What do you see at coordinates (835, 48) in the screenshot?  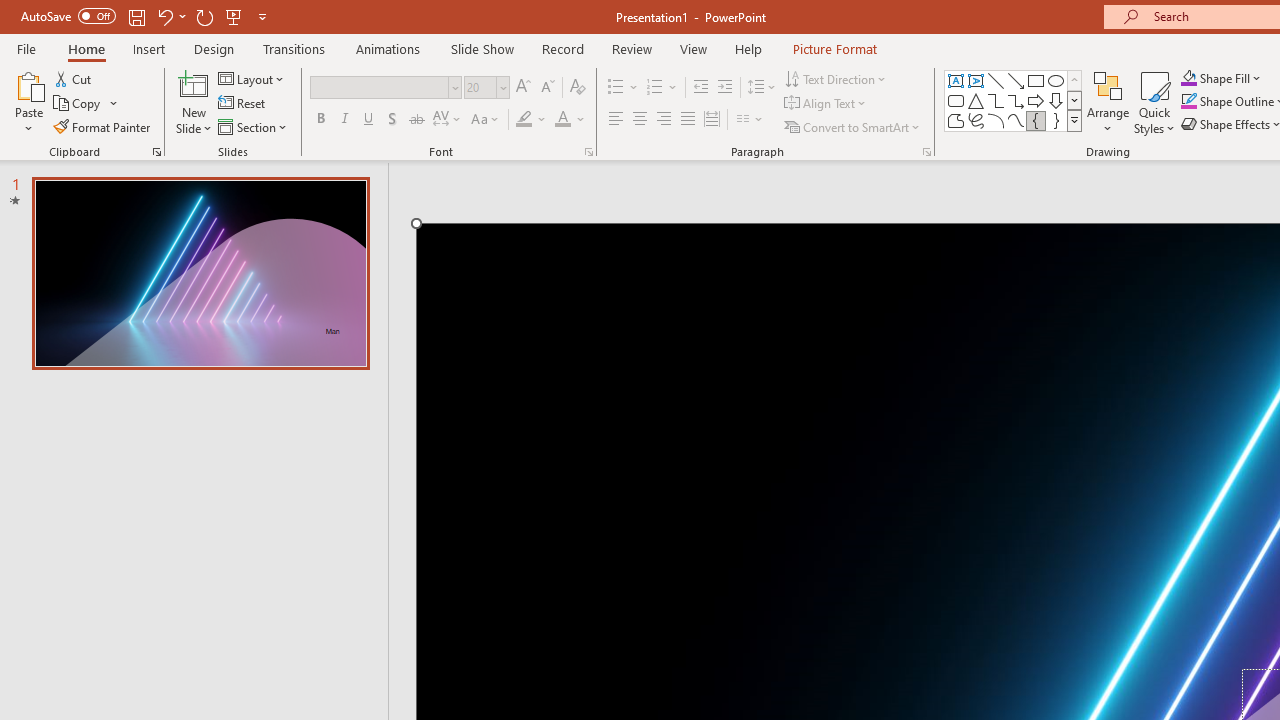 I see `'Picture Format'` at bounding box center [835, 48].